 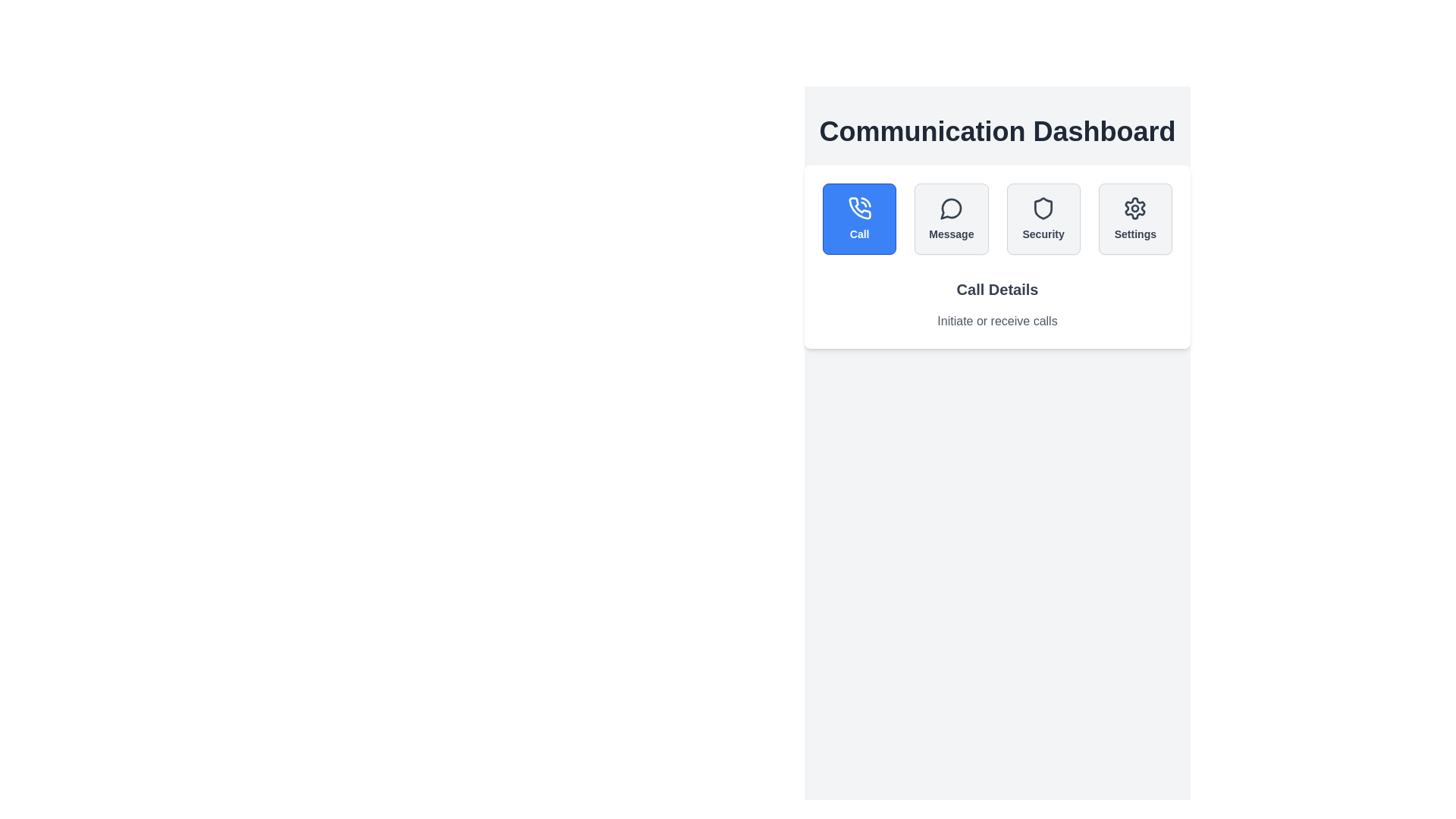 I want to click on the 'Message' button, which is a rounded rectangular button with a light gray background and a speech bubble icon above the label, so click(x=950, y=219).